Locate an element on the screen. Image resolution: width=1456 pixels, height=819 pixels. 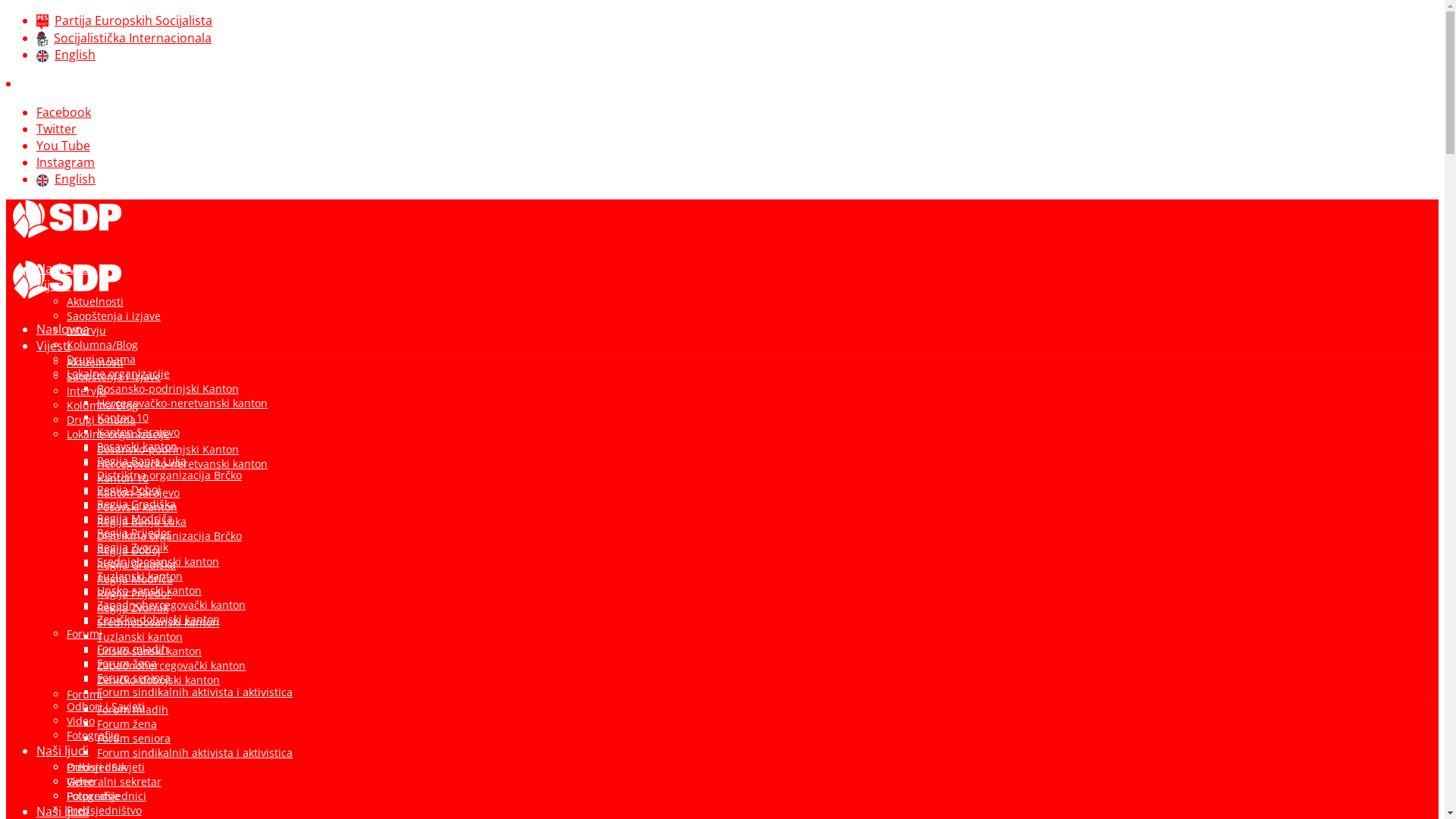
'Lokalne organizacije' is located at coordinates (118, 373).